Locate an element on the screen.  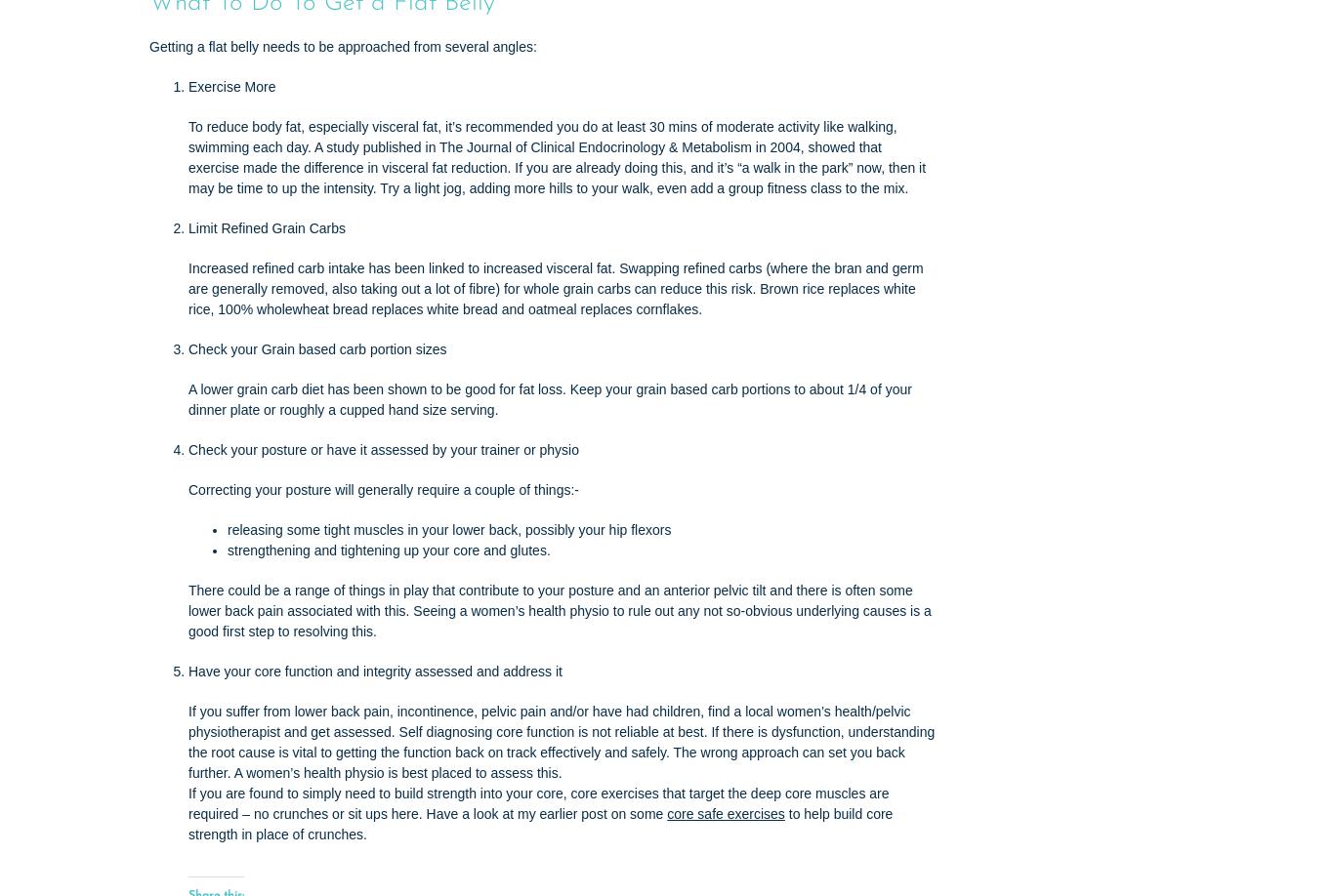
'Have your core function and integrity assessed and address it' is located at coordinates (188, 672).